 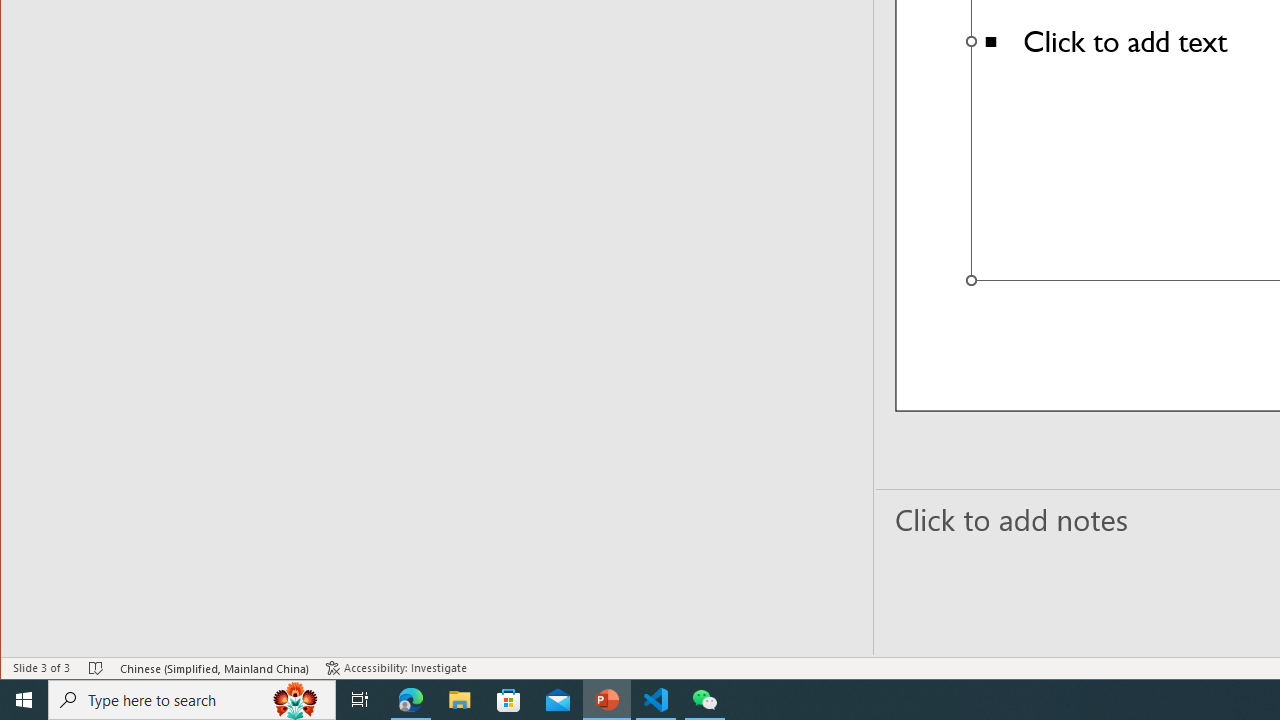 I want to click on 'Start', so click(x=24, y=698).